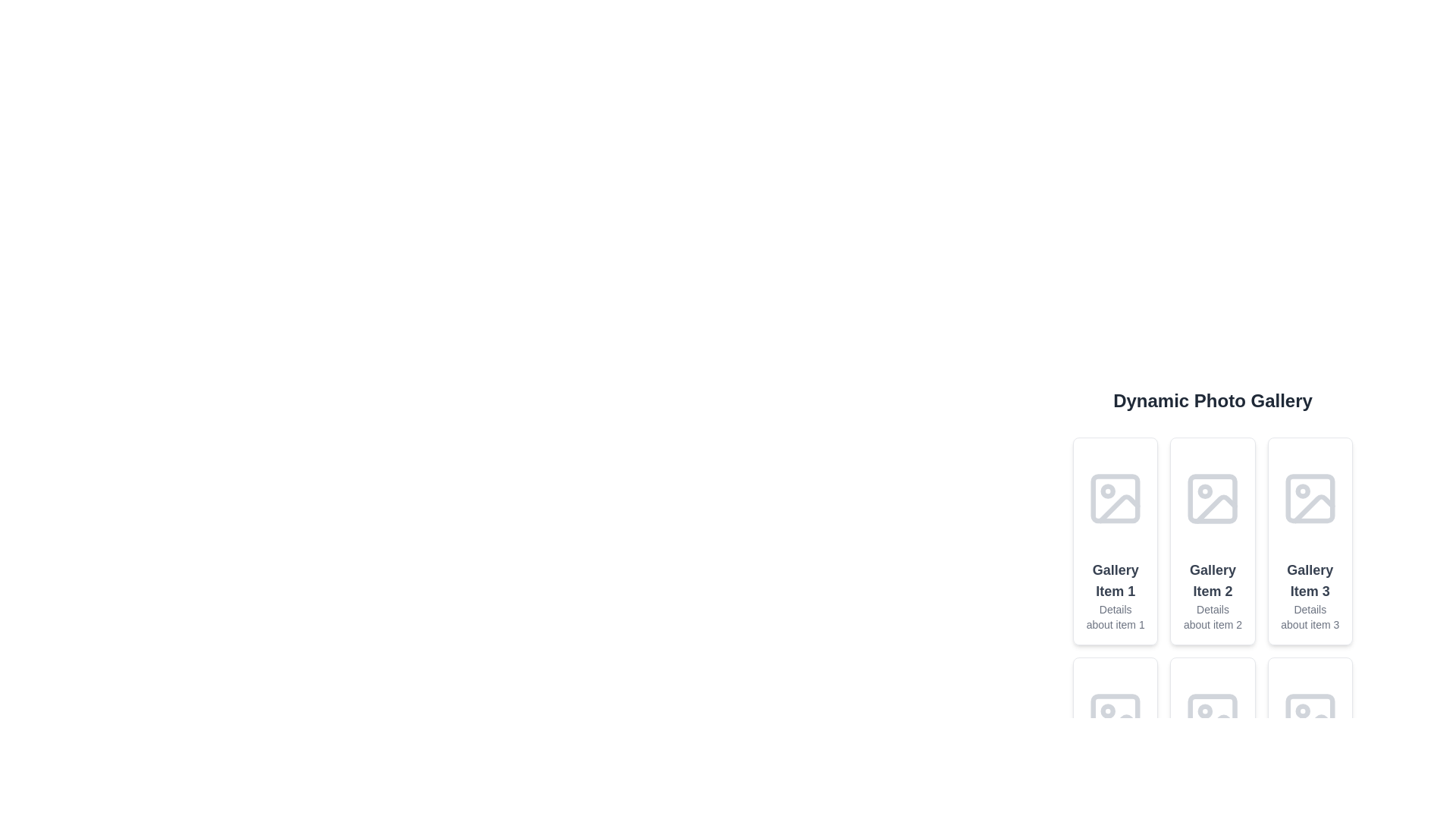  What do you see at coordinates (1108, 711) in the screenshot?
I see `the small circular graphical element located inside the photo icon of the second row's first item in the gallery, labeled 'Gallery Item 4'` at bounding box center [1108, 711].